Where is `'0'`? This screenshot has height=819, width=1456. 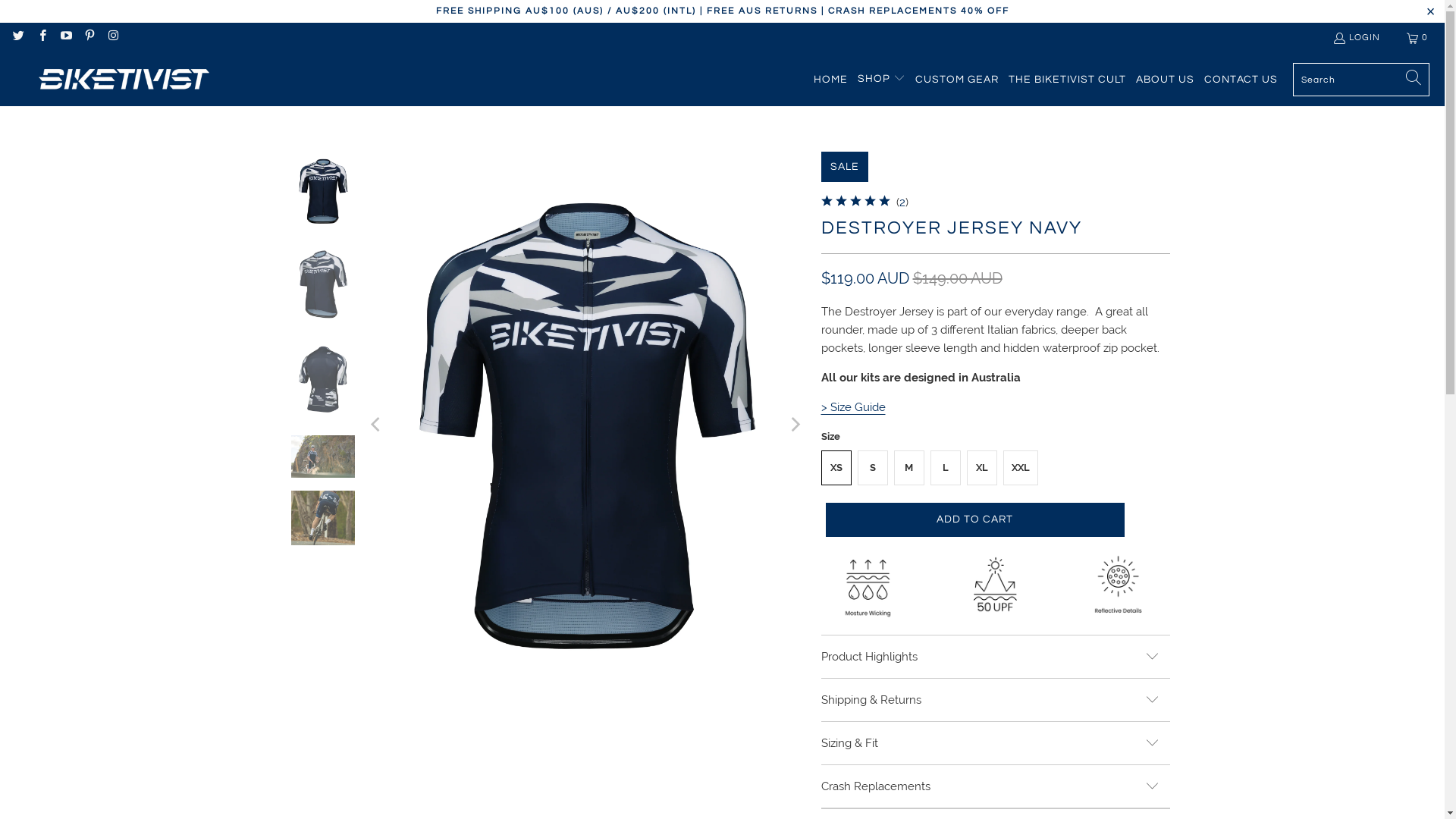 '0' is located at coordinates (1417, 37).